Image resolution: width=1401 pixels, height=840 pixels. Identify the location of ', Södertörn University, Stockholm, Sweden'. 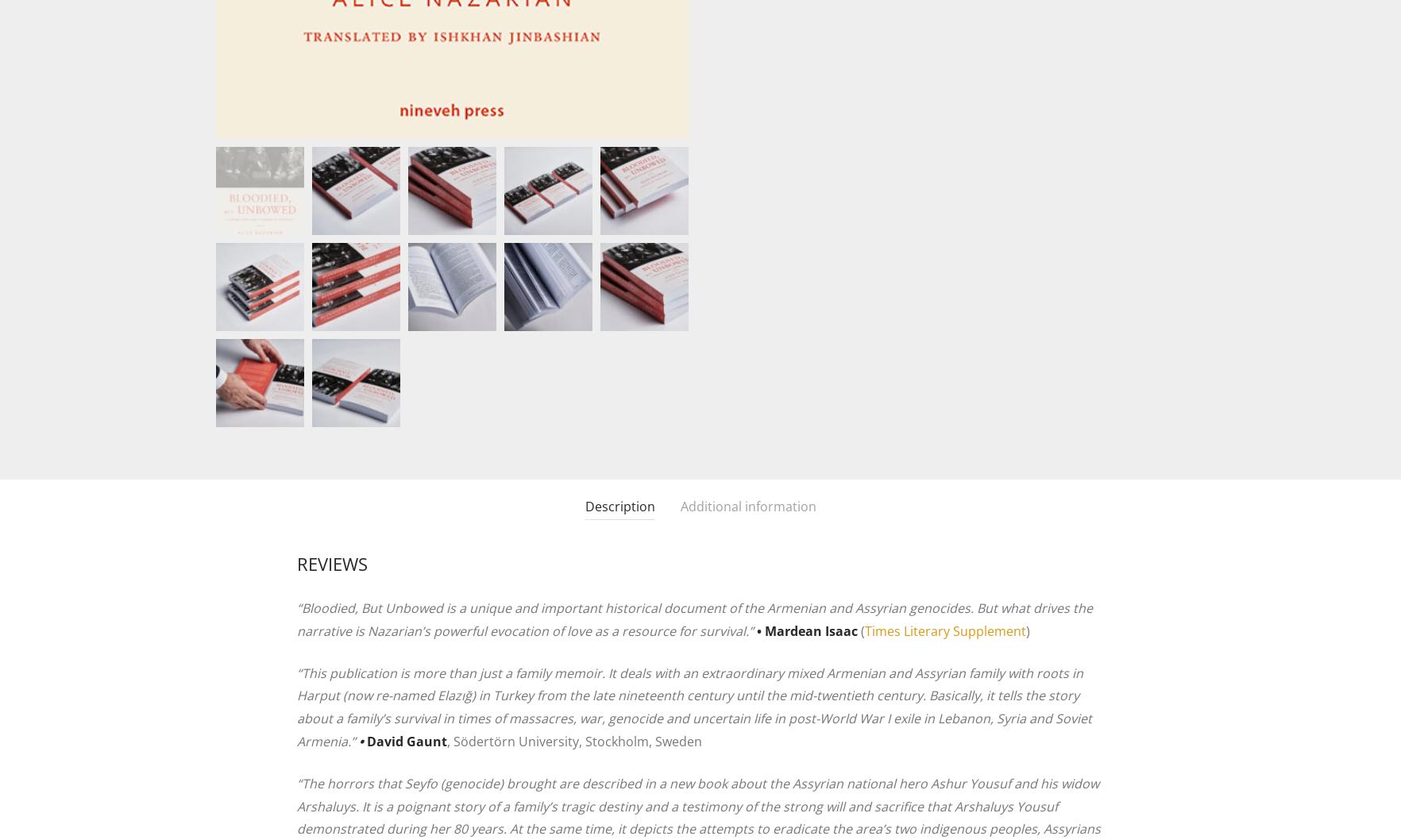
(574, 742).